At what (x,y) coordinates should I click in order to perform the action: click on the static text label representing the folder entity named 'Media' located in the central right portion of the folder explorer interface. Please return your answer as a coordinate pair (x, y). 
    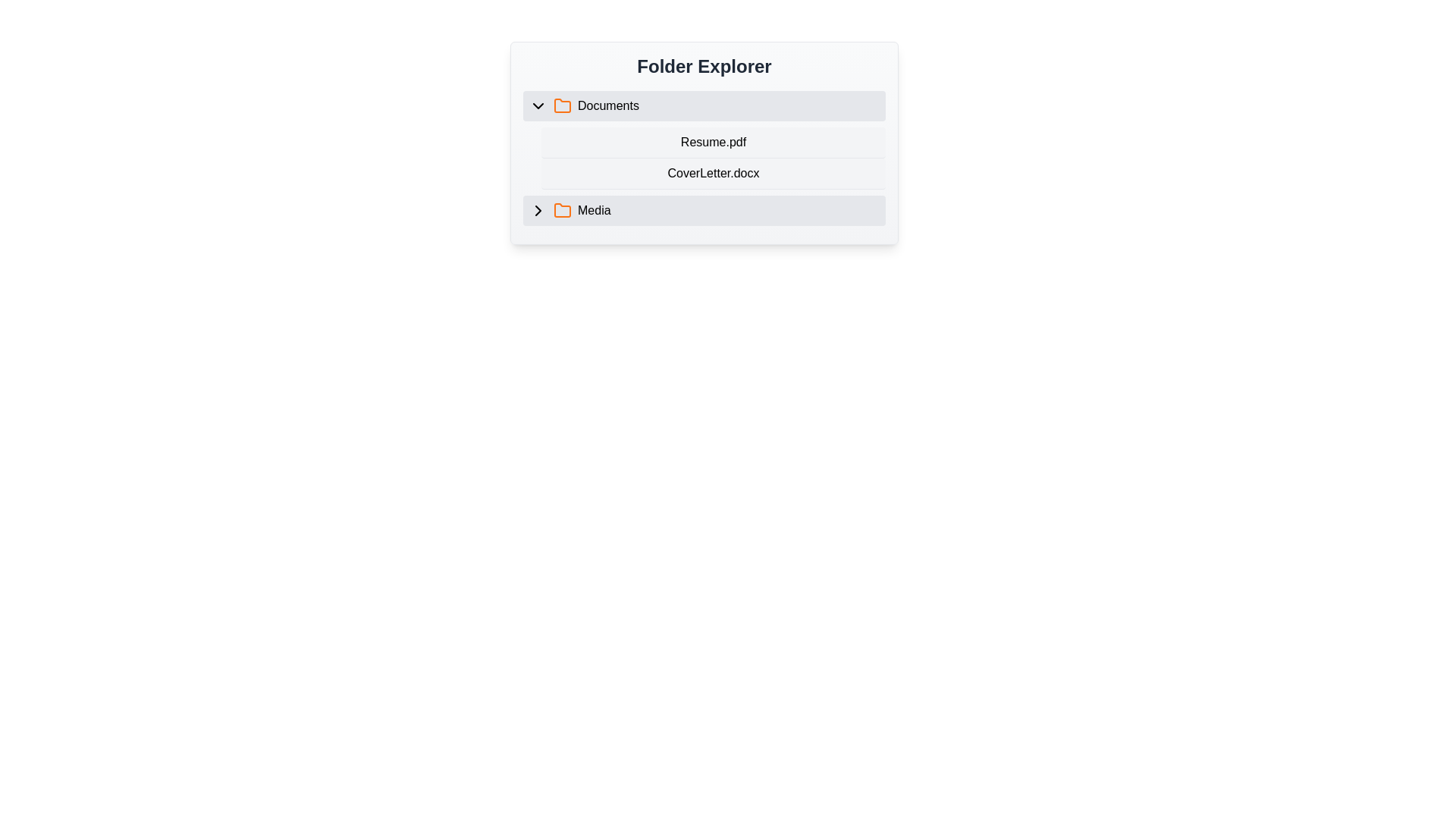
    Looking at the image, I should click on (593, 210).